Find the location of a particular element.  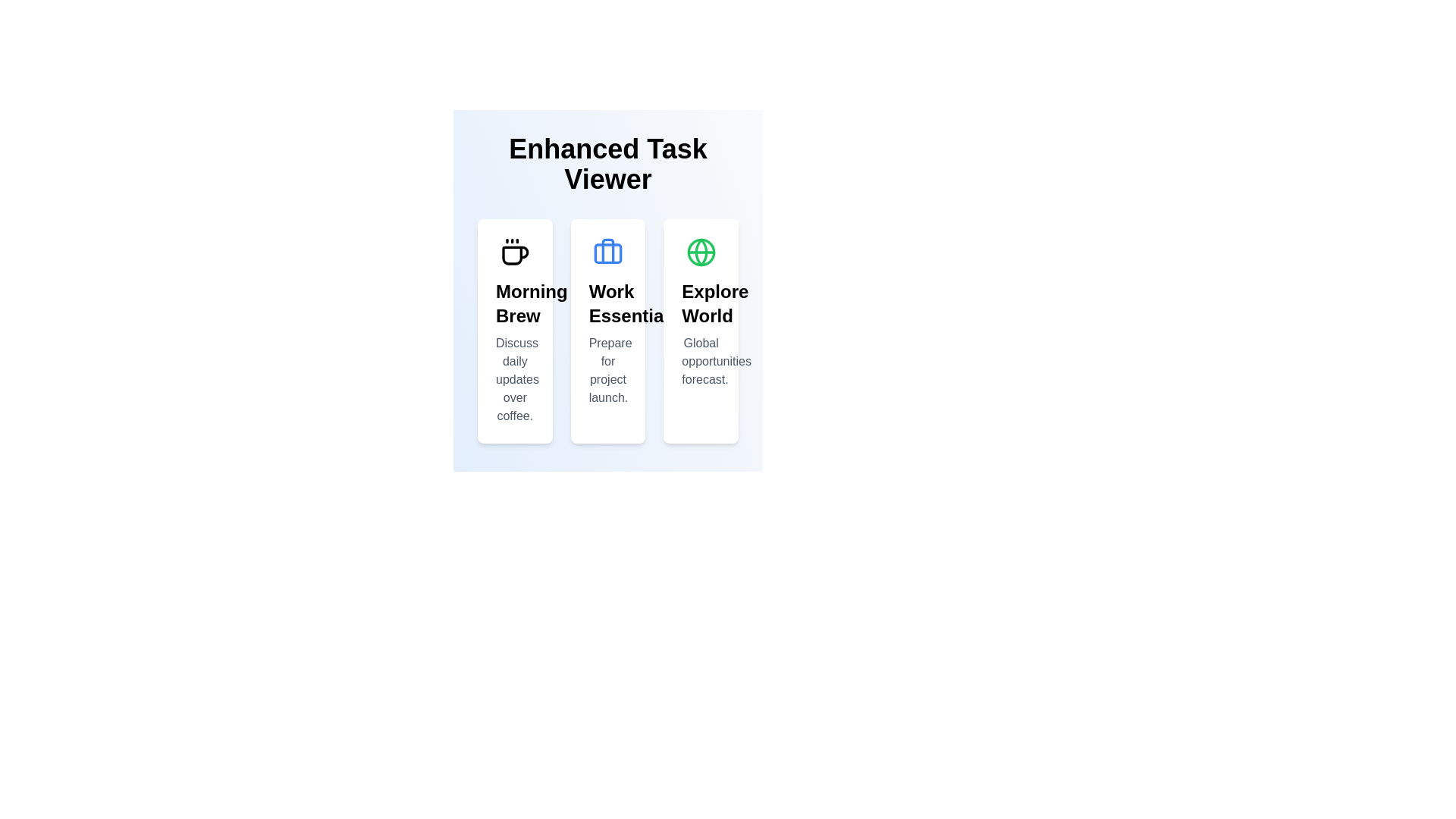

the 'Morning Brew' card component, which is the leftmost card in a horizontal tri-column grid layout is located at coordinates (515, 330).